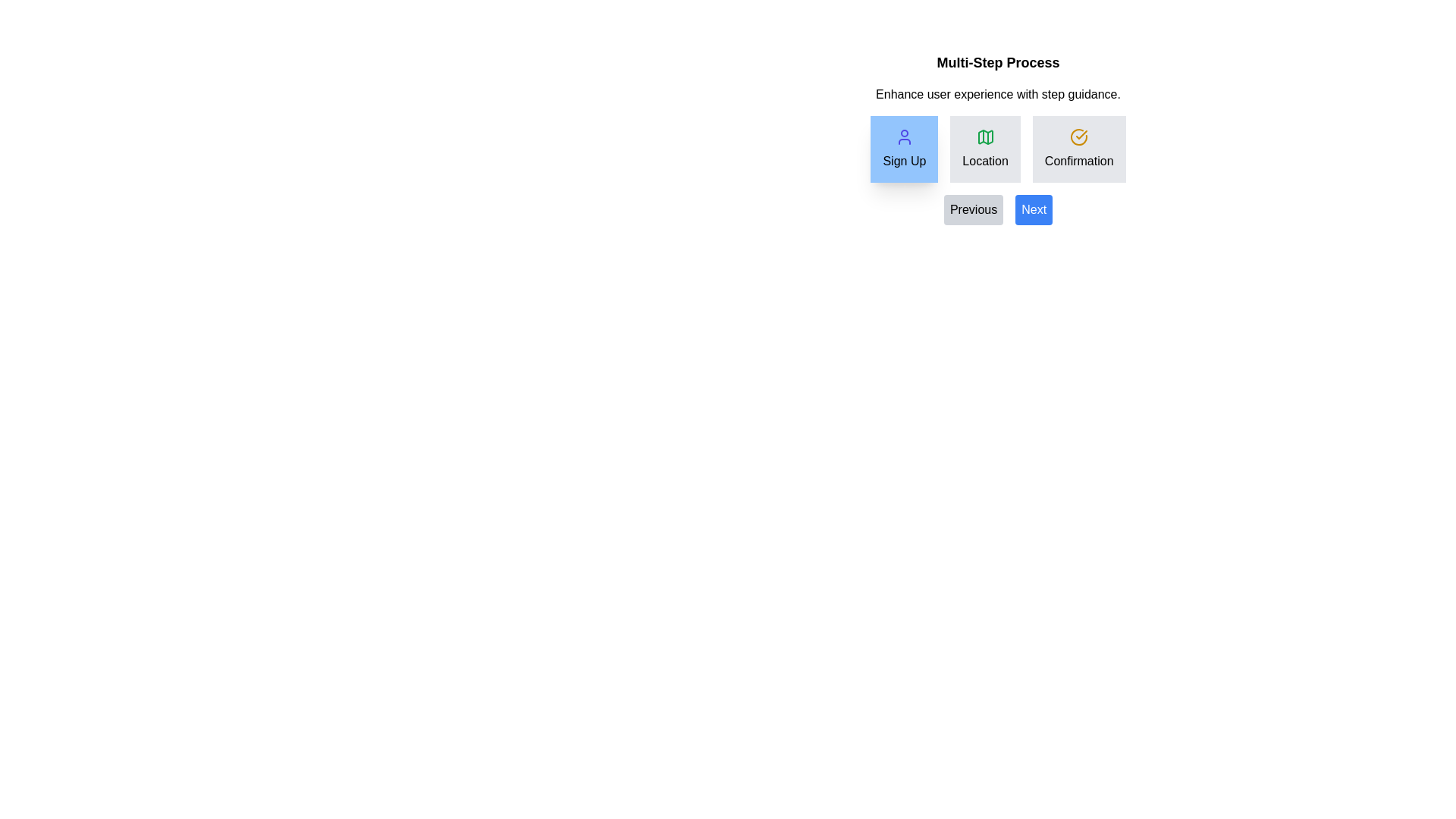 Image resolution: width=1456 pixels, height=819 pixels. I want to click on the green map icon with a folded design labeled 'Location' situated in the second column of the navigation interface, so click(985, 137).